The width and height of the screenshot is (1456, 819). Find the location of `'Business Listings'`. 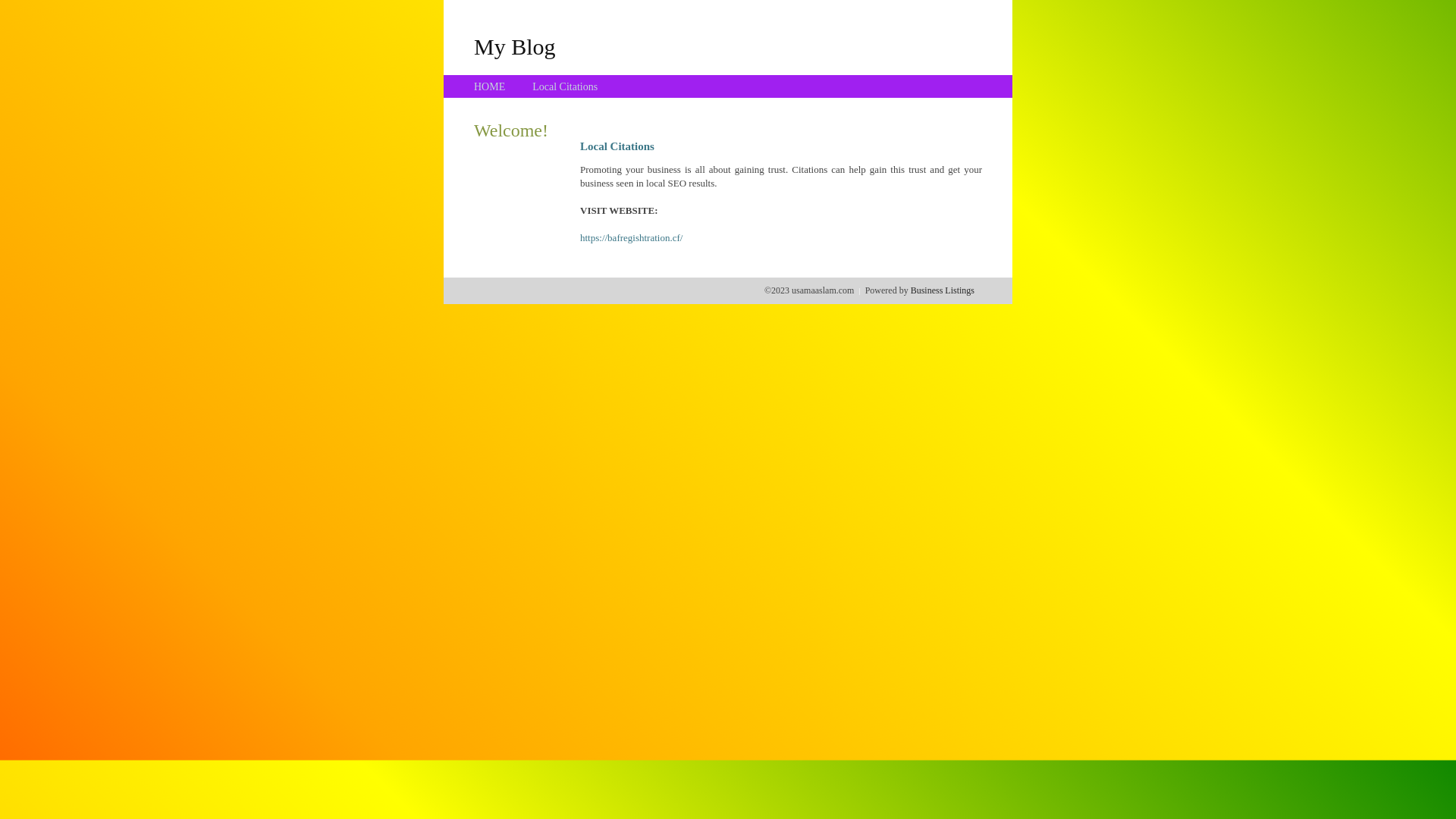

'Business Listings' is located at coordinates (942, 290).